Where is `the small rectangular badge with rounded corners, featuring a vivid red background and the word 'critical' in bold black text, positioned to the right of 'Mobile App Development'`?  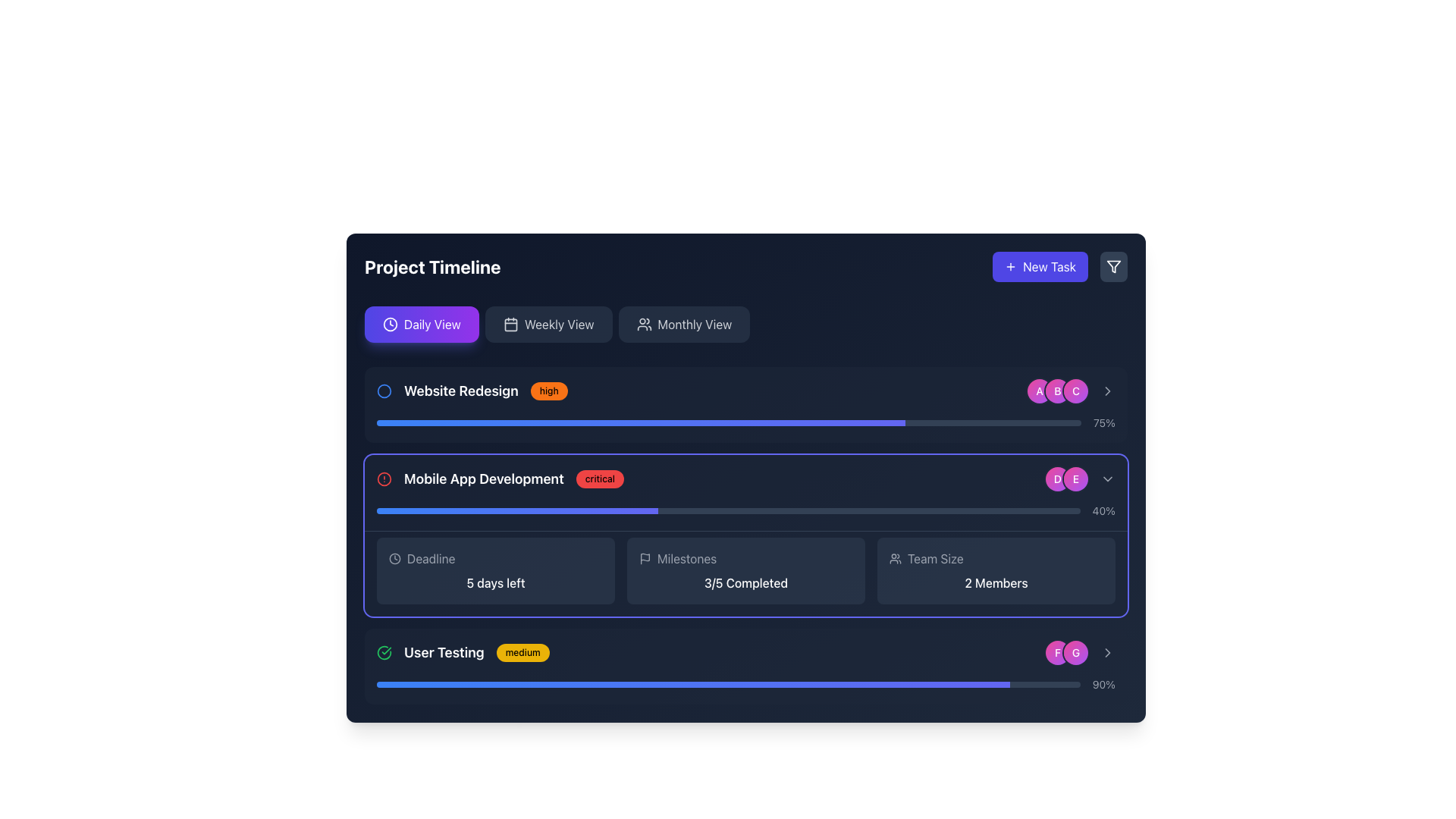 the small rectangular badge with rounded corners, featuring a vivid red background and the word 'critical' in bold black text, positioned to the right of 'Mobile App Development' is located at coordinates (599, 479).